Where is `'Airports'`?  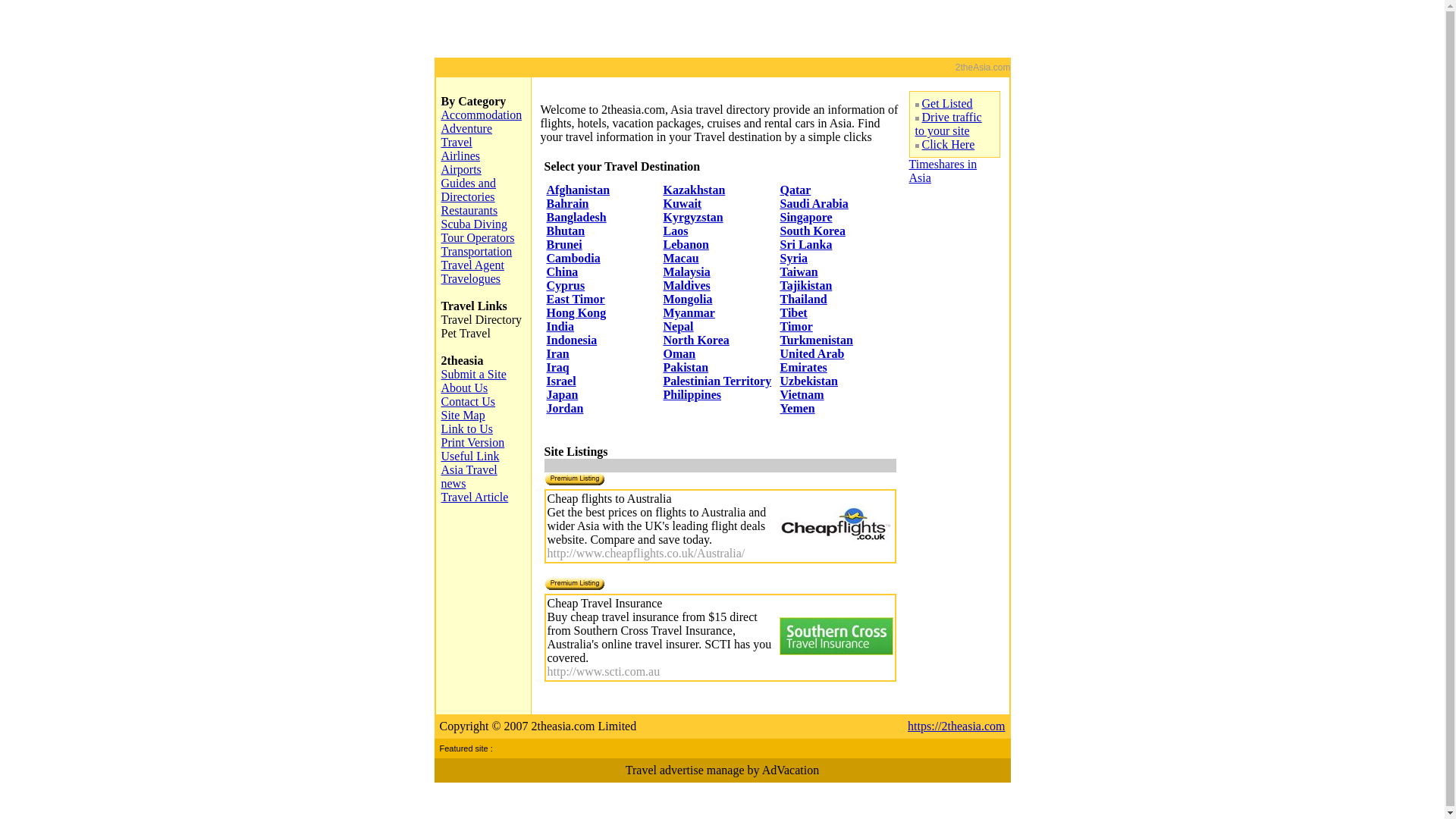 'Airports' is located at coordinates (460, 169).